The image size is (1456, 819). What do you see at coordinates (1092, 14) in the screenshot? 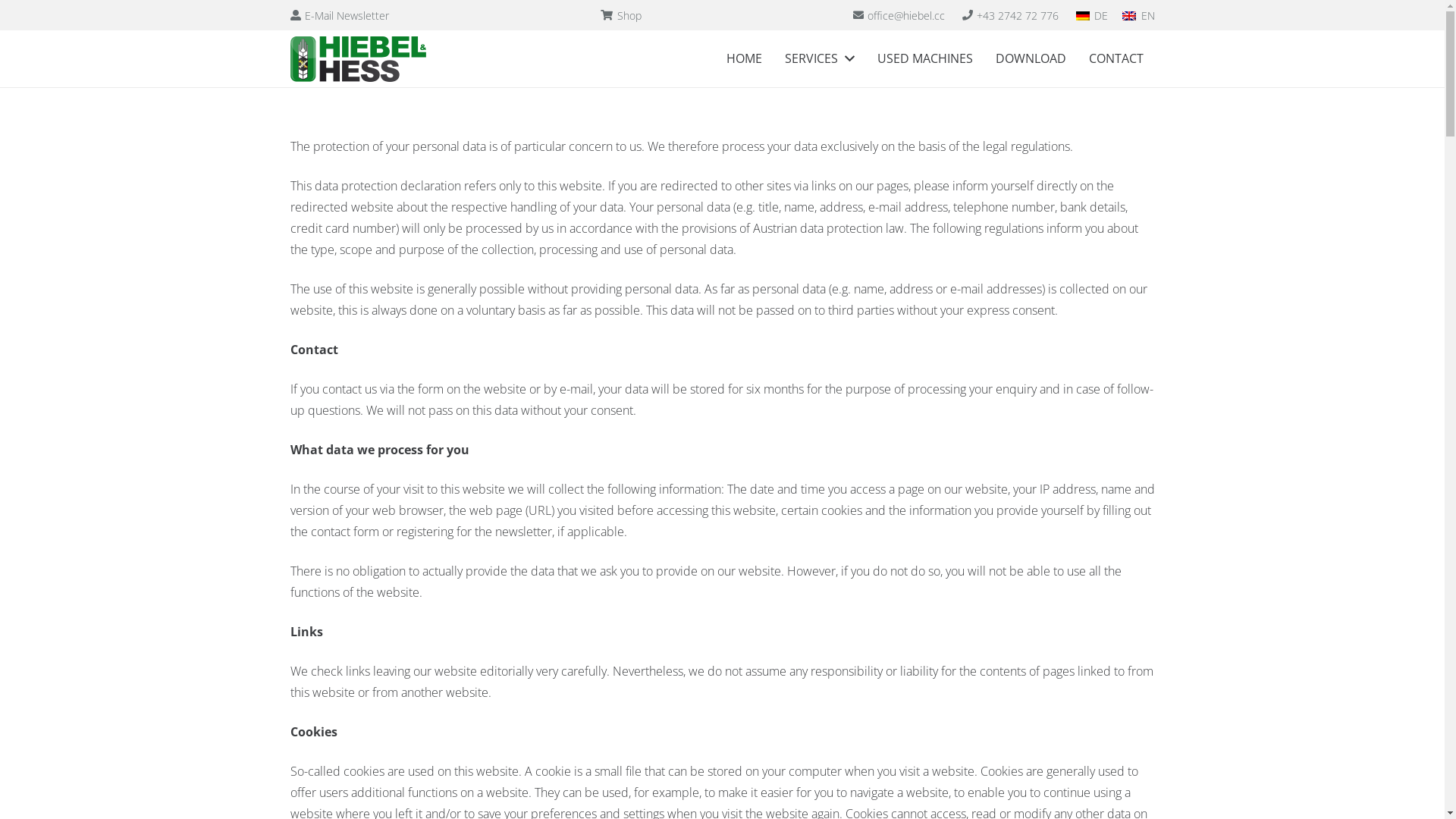
I see `'DE'` at bounding box center [1092, 14].